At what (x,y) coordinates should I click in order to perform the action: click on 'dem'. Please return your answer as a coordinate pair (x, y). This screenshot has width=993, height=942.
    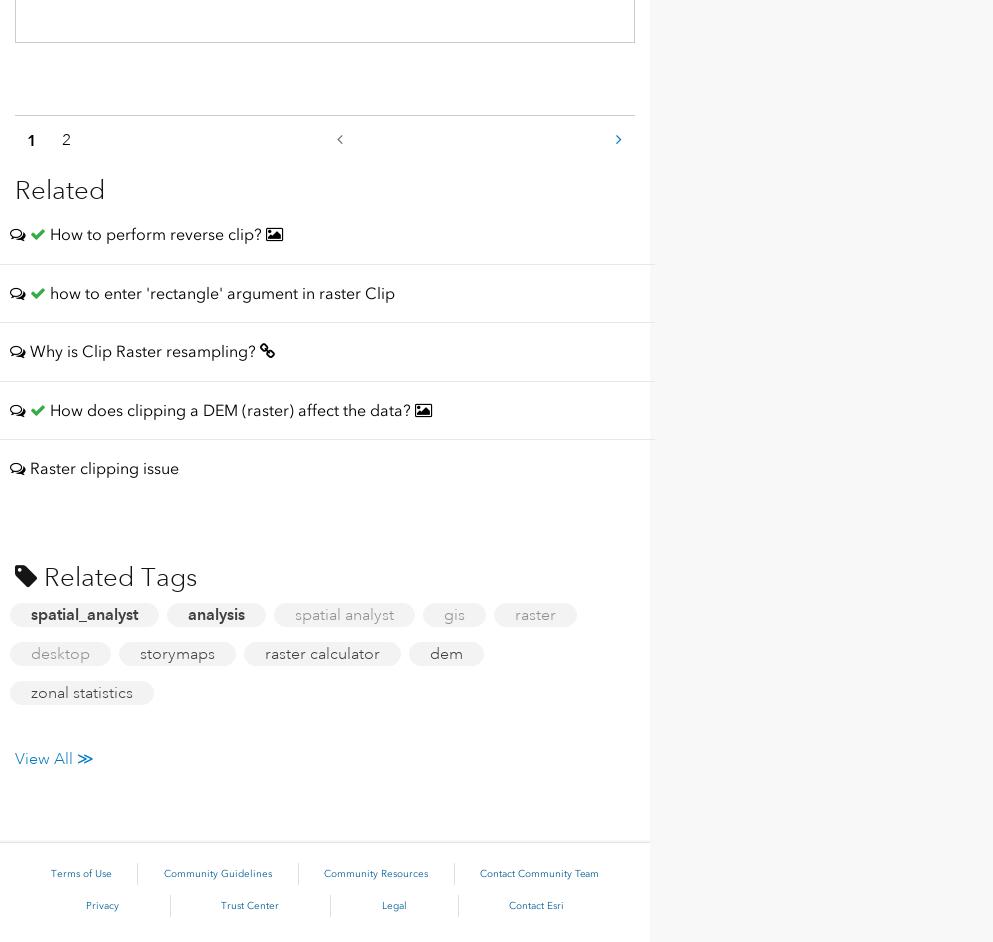
    Looking at the image, I should click on (446, 653).